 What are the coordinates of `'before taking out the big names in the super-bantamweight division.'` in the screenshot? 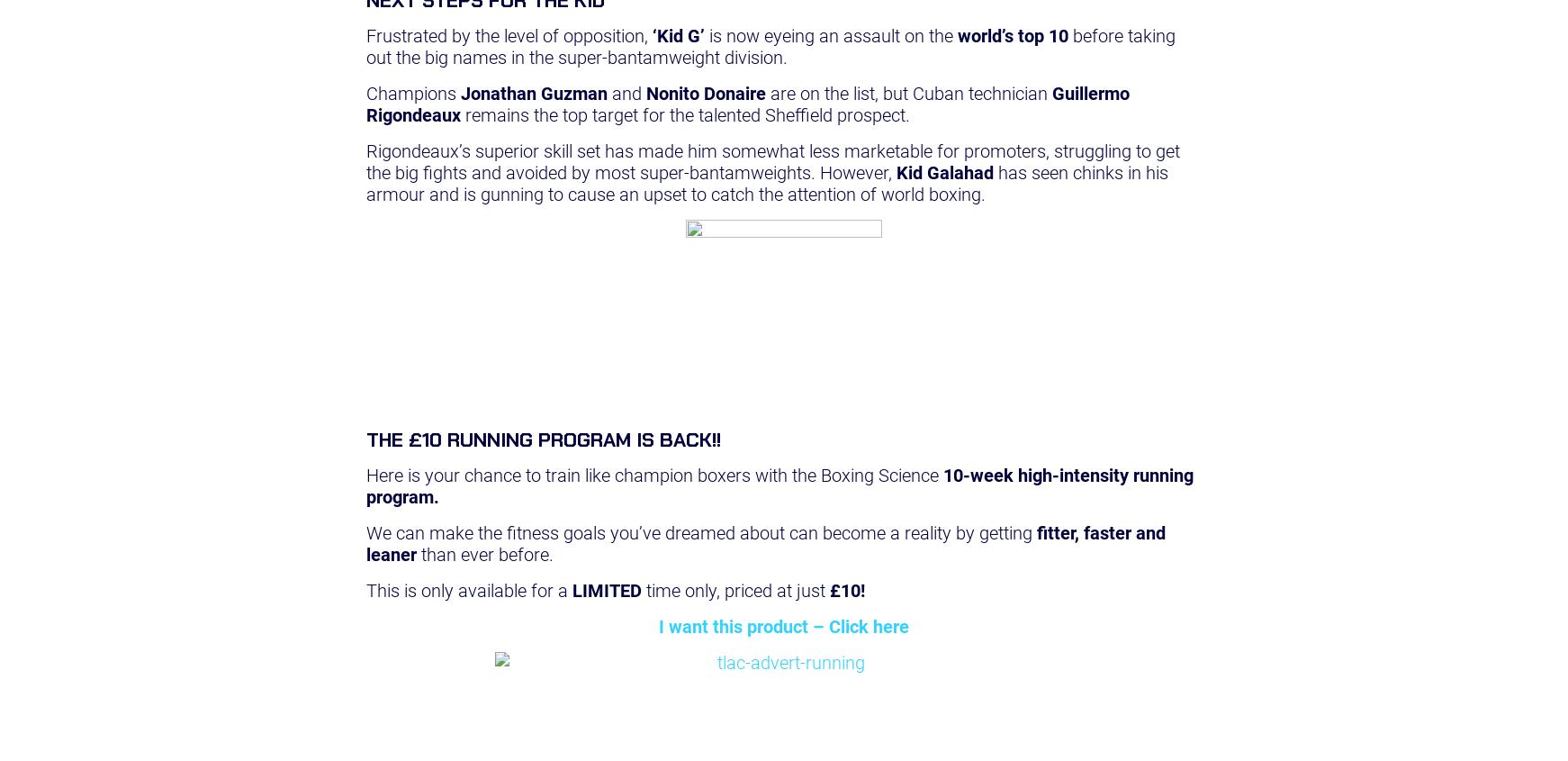 It's located at (770, 45).